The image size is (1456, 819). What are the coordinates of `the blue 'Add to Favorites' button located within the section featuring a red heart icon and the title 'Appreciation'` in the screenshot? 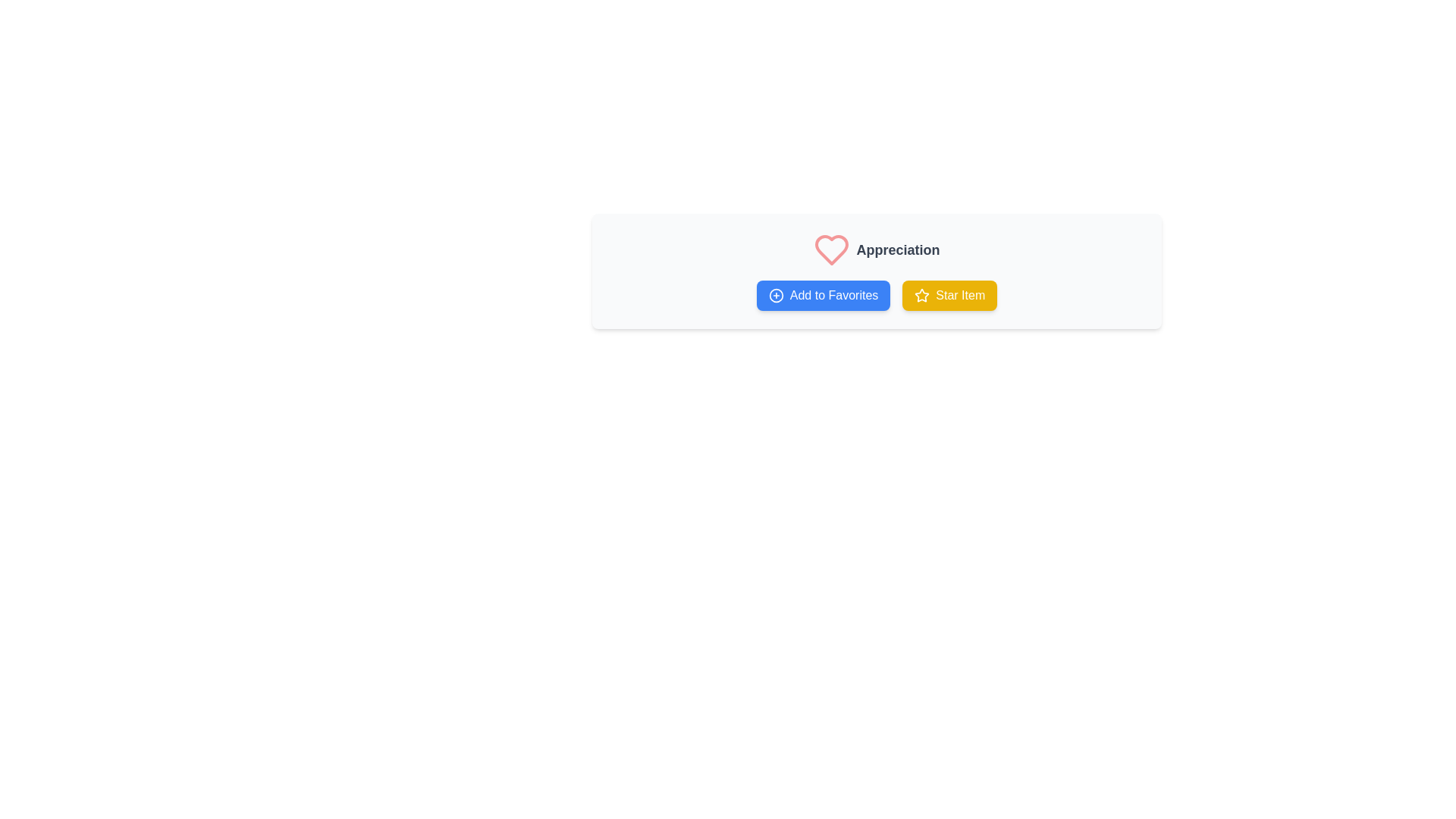 It's located at (877, 271).